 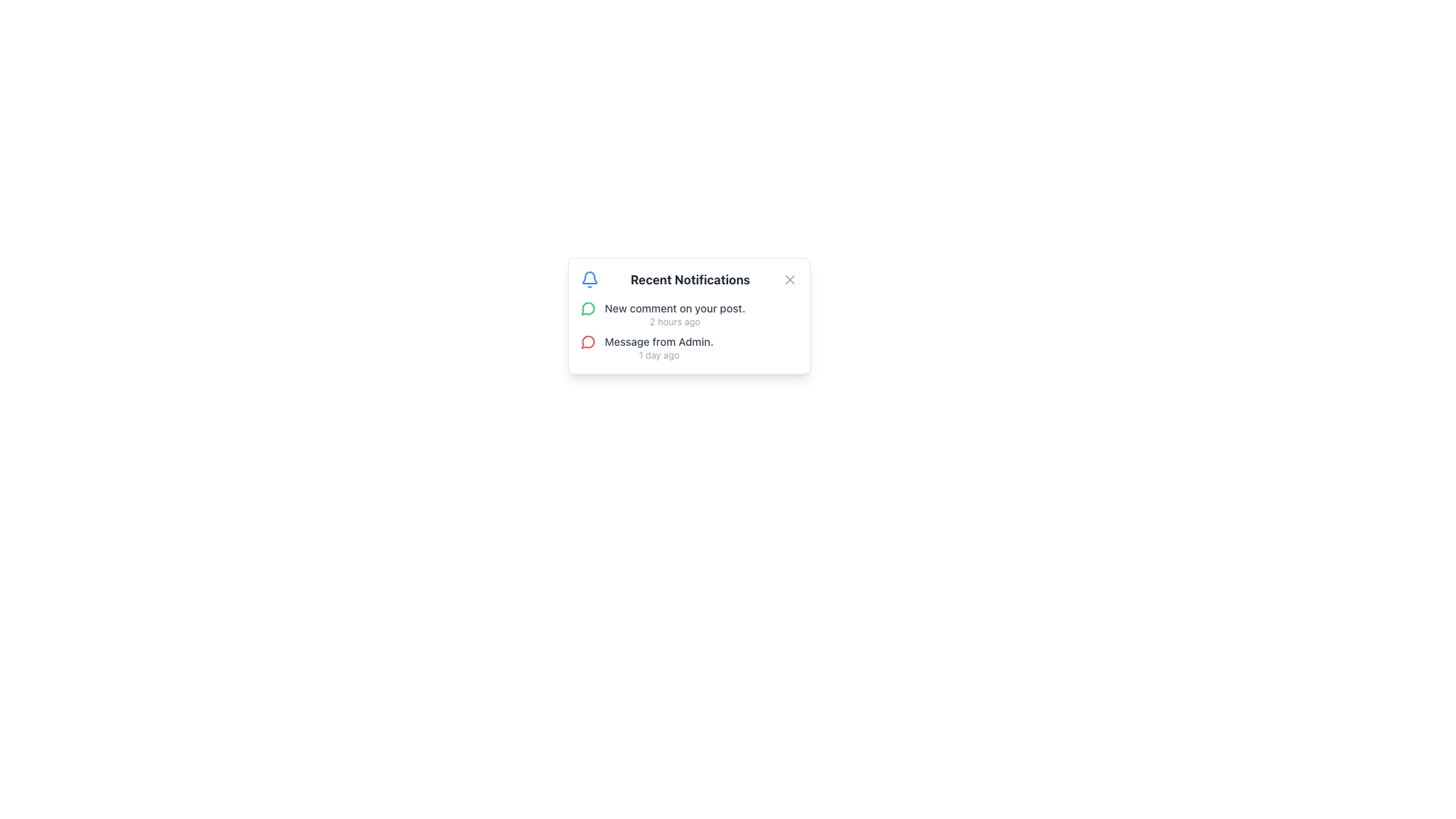 I want to click on the circular speech bubble-like icon with a green outline that indicates a new comment notification, so click(x=587, y=308).